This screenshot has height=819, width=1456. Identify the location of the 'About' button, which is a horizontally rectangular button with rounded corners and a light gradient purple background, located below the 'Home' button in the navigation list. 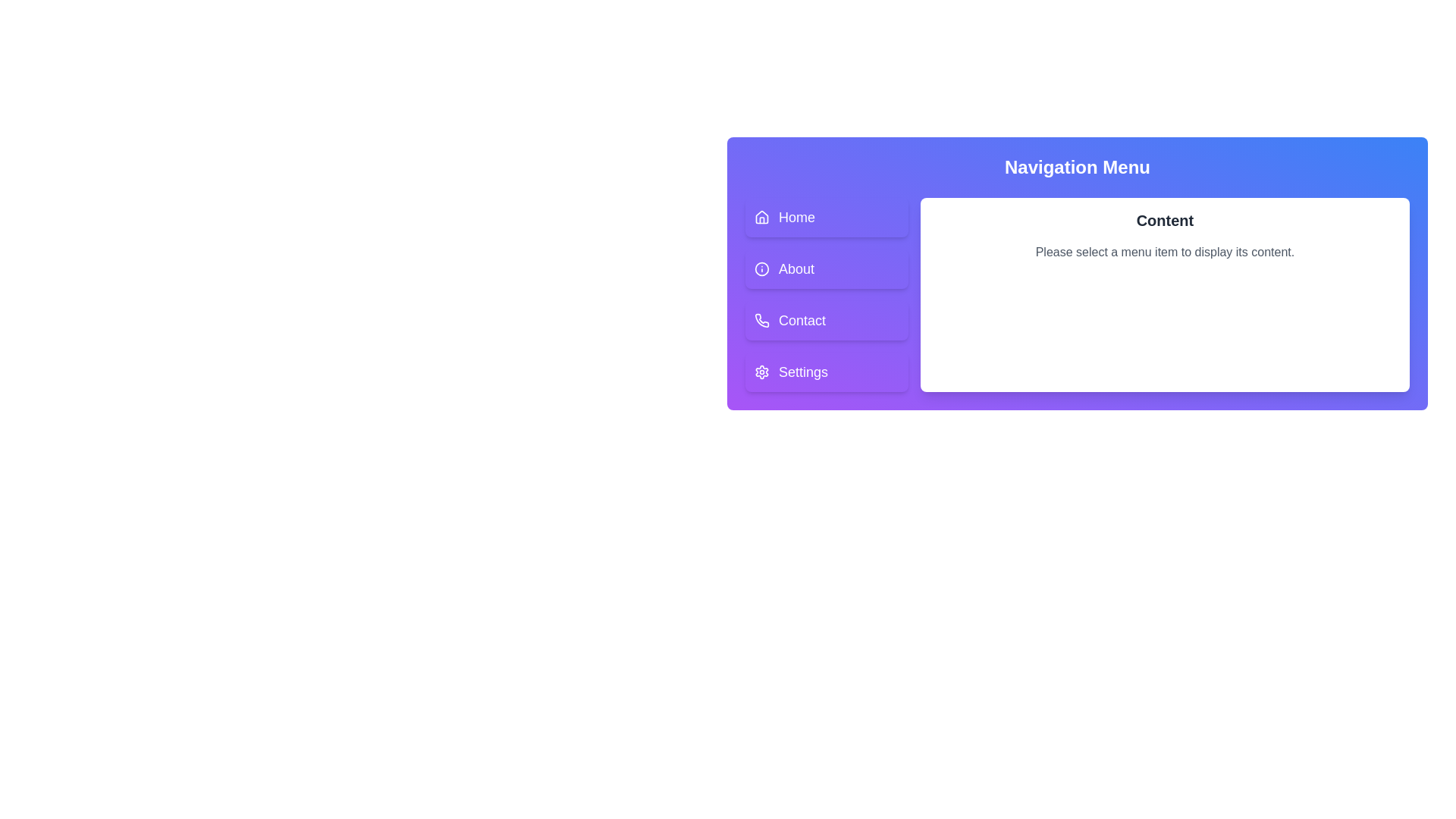
(826, 268).